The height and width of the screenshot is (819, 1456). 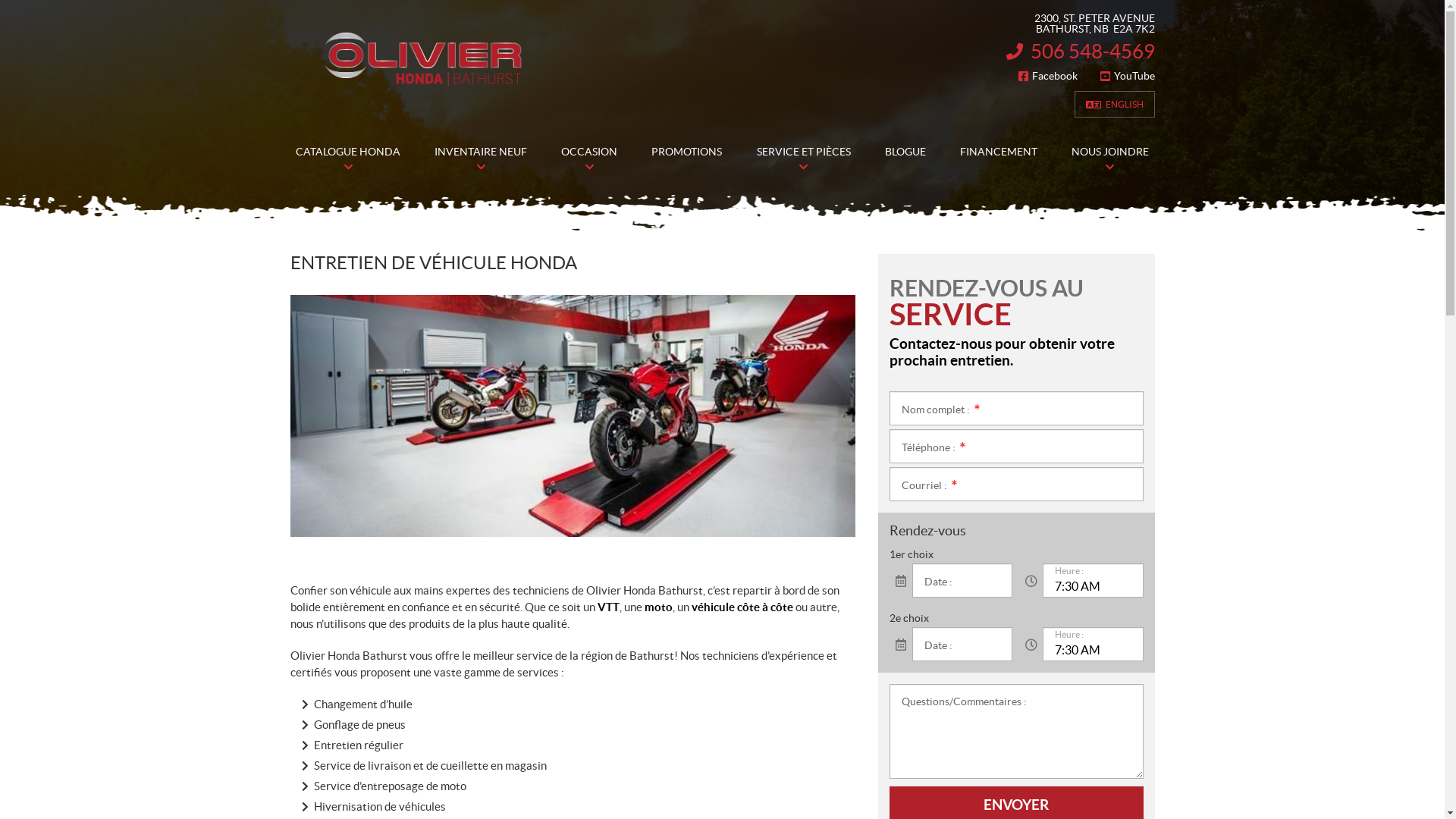 I want to click on 'ENGLISH', so click(x=1073, y=103).